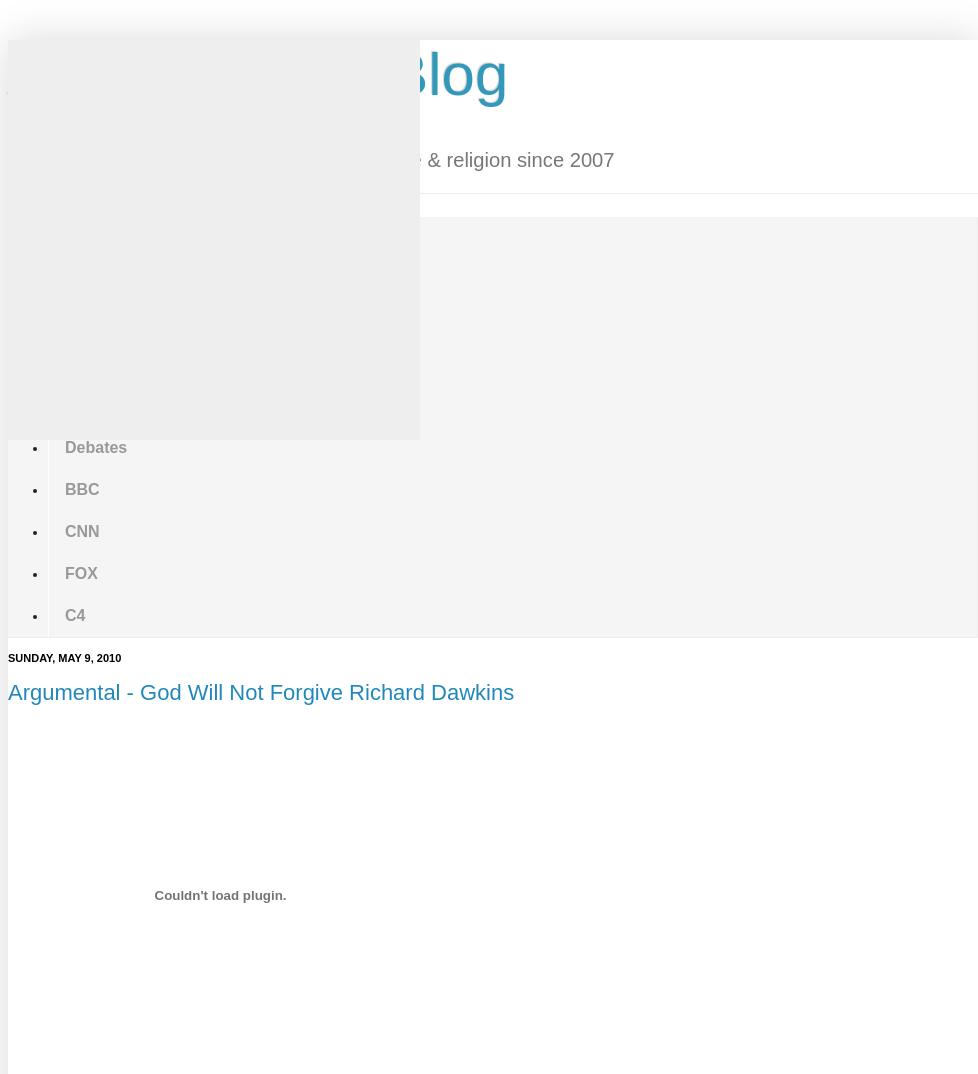 The image size is (978, 1074). I want to click on 'Argumental - God Will Not Forgive Richard Dawkins', so click(260, 691).